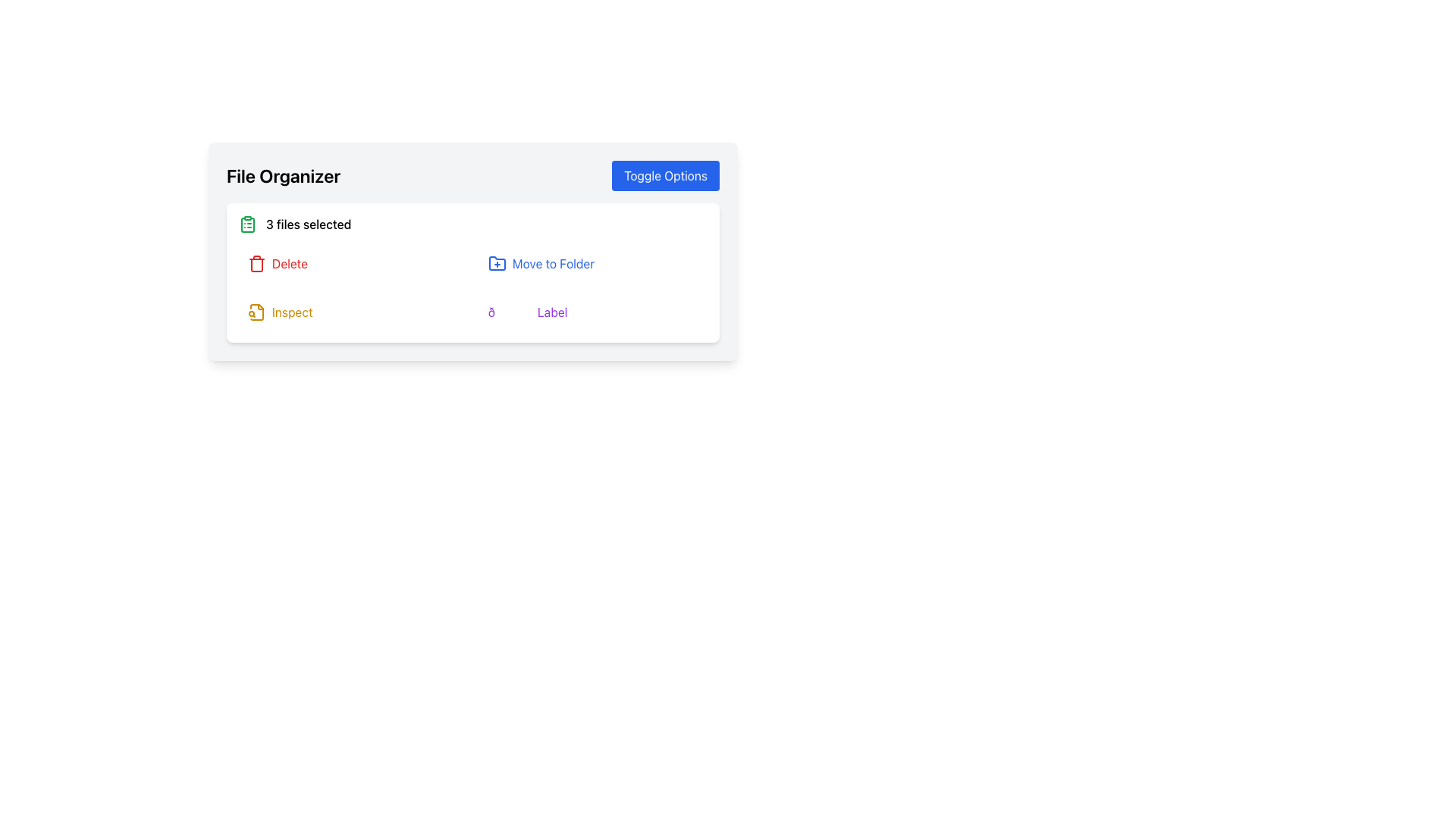 Image resolution: width=1456 pixels, height=819 pixels. Describe the element at coordinates (257, 312) in the screenshot. I see `the yellow document icon with a magnifying glass that is located to the left of the 'Inspect' label in the lower left corner of the interface` at that location.